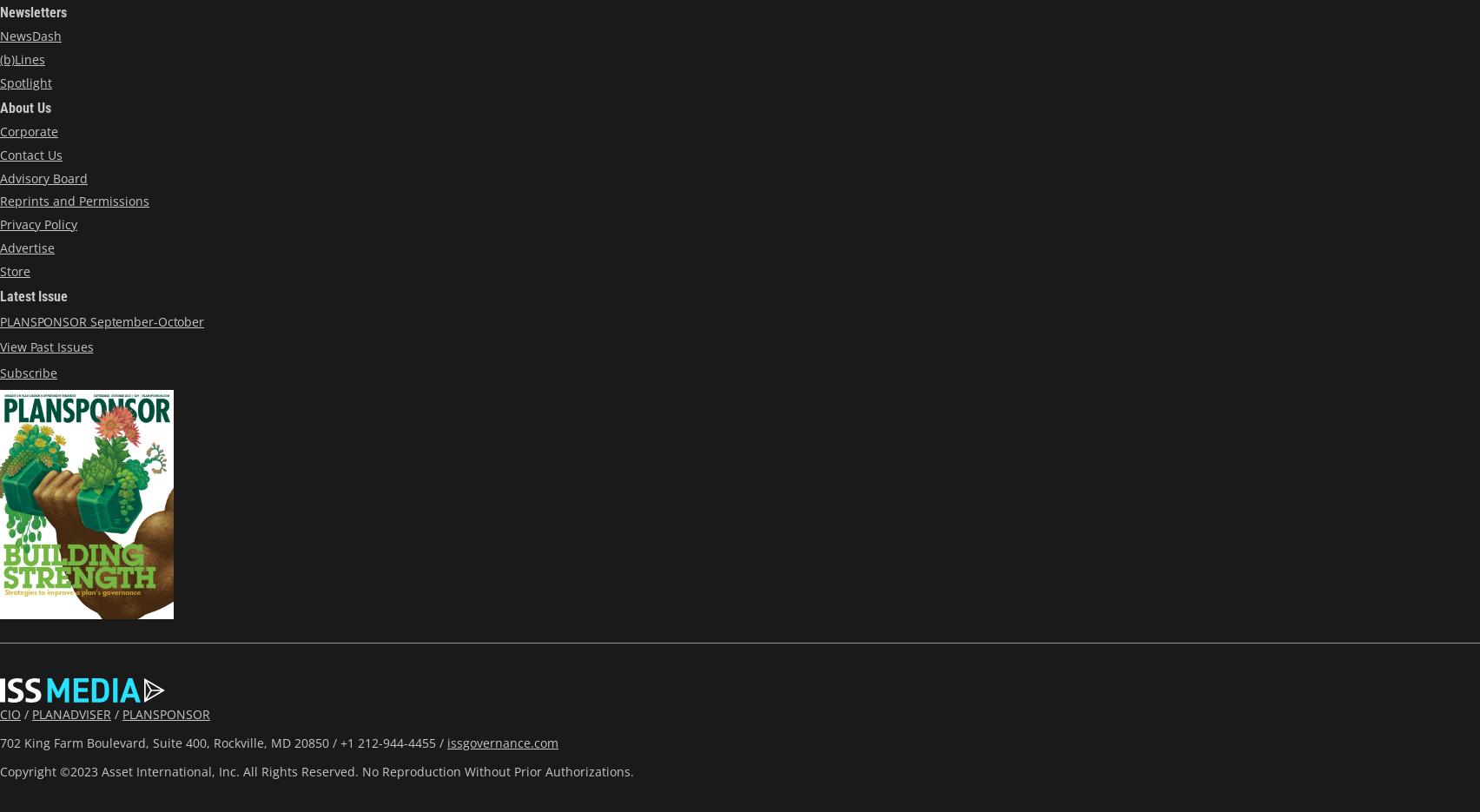 Image resolution: width=1480 pixels, height=812 pixels. I want to click on 'Latest Issue', so click(33, 295).